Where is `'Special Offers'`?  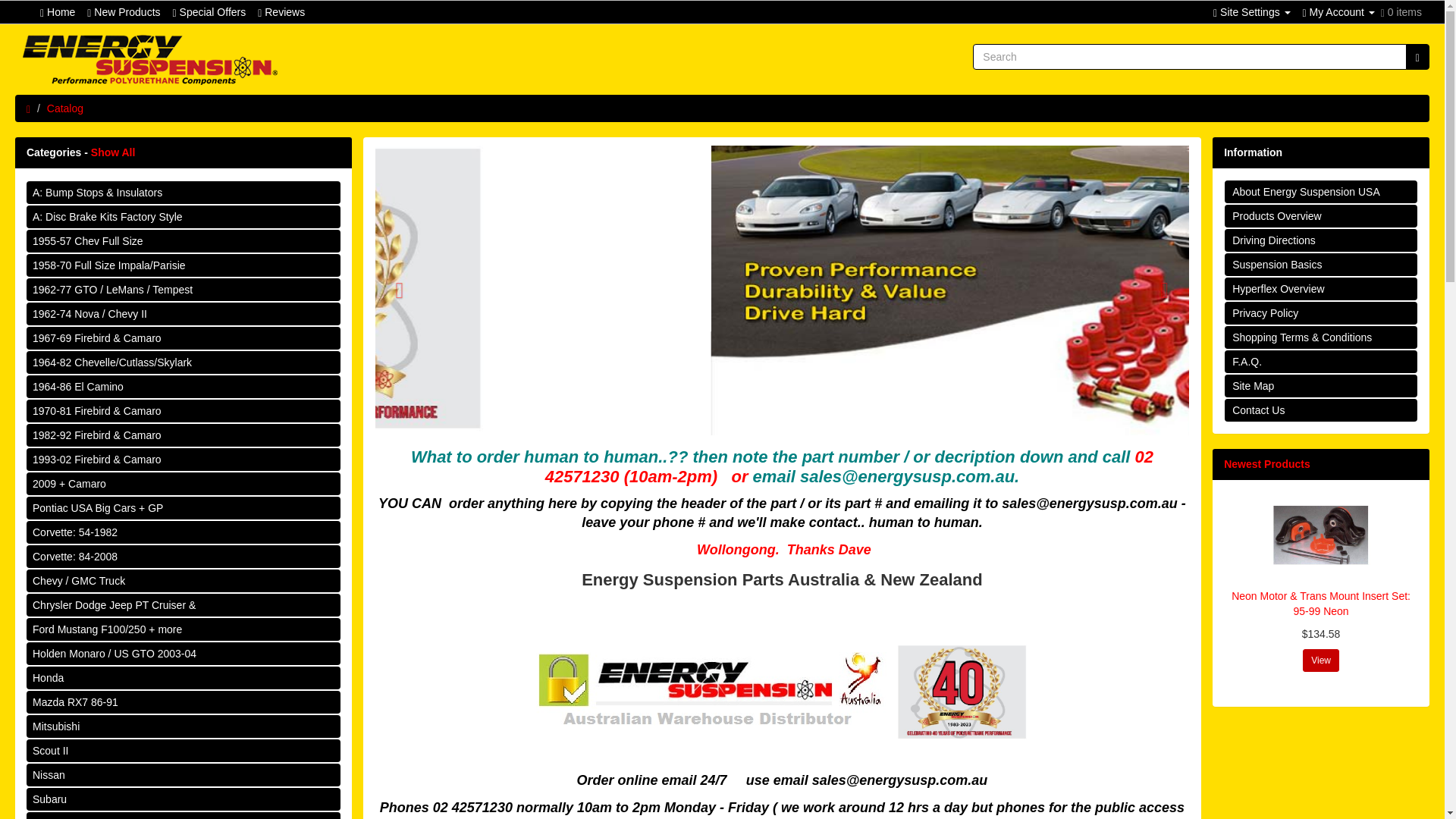
'Special Offers' is located at coordinates (167, 11).